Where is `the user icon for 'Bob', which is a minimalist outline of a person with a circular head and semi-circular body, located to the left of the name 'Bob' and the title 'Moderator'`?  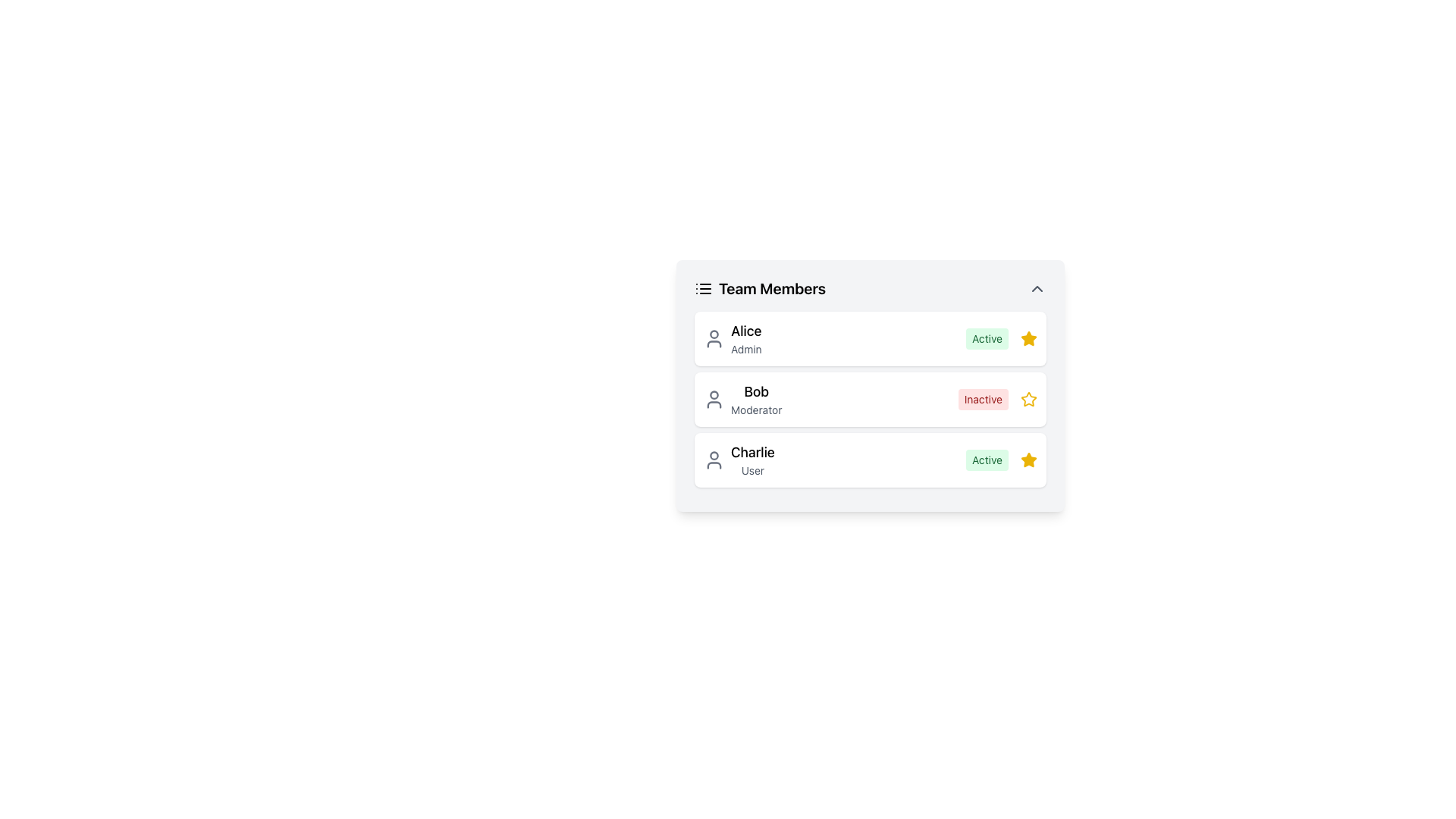 the user icon for 'Bob', which is a minimalist outline of a person with a circular head and semi-circular body, located to the left of the name 'Bob' and the title 'Moderator' is located at coordinates (713, 399).